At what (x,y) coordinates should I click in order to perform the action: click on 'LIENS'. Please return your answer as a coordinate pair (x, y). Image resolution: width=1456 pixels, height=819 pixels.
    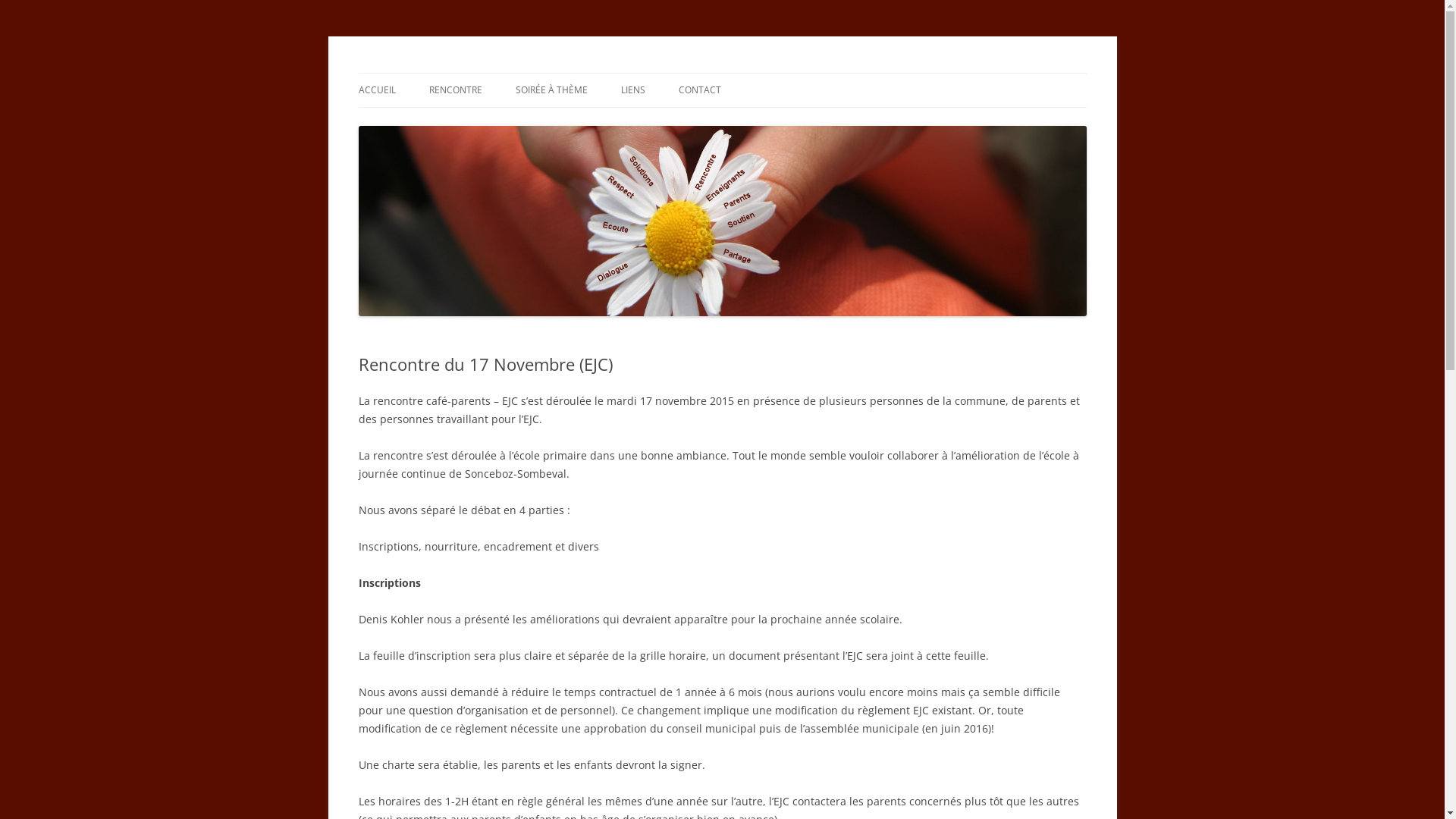
    Looking at the image, I should click on (632, 90).